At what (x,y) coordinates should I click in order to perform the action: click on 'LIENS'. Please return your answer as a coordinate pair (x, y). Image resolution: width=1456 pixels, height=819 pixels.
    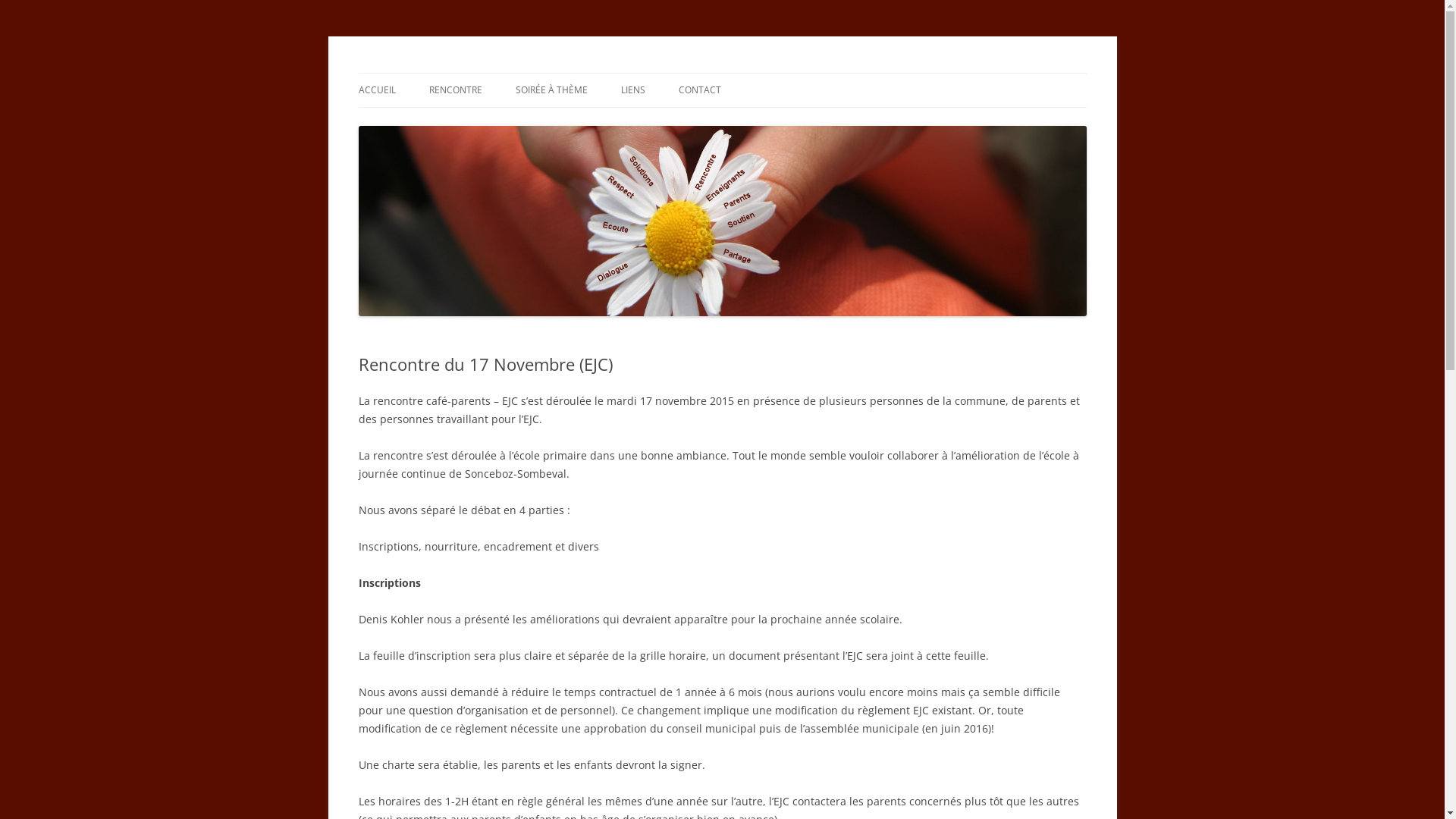
    Looking at the image, I should click on (632, 90).